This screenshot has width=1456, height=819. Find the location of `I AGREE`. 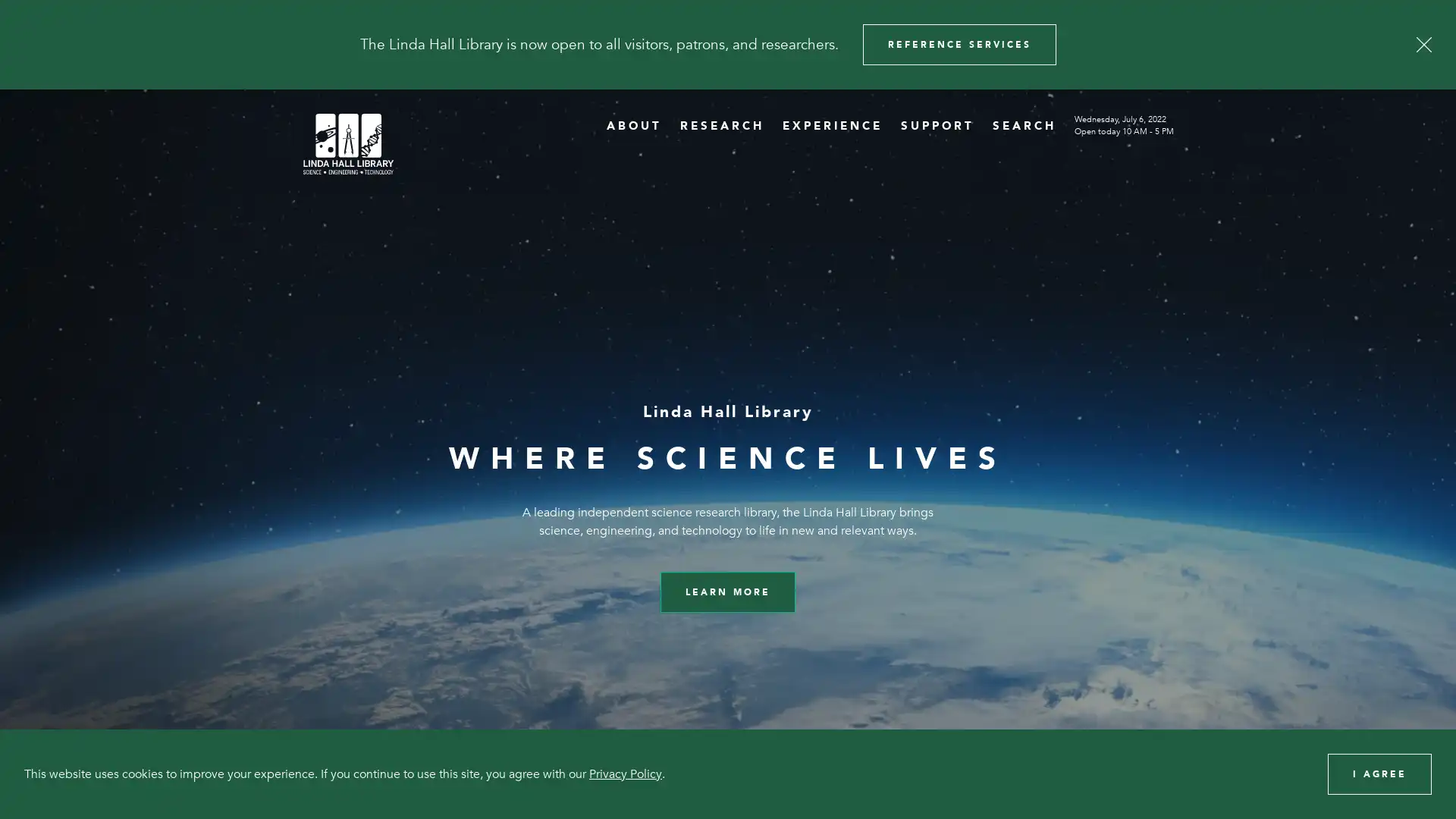

I AGREE is located at coordinates (1379, 773).